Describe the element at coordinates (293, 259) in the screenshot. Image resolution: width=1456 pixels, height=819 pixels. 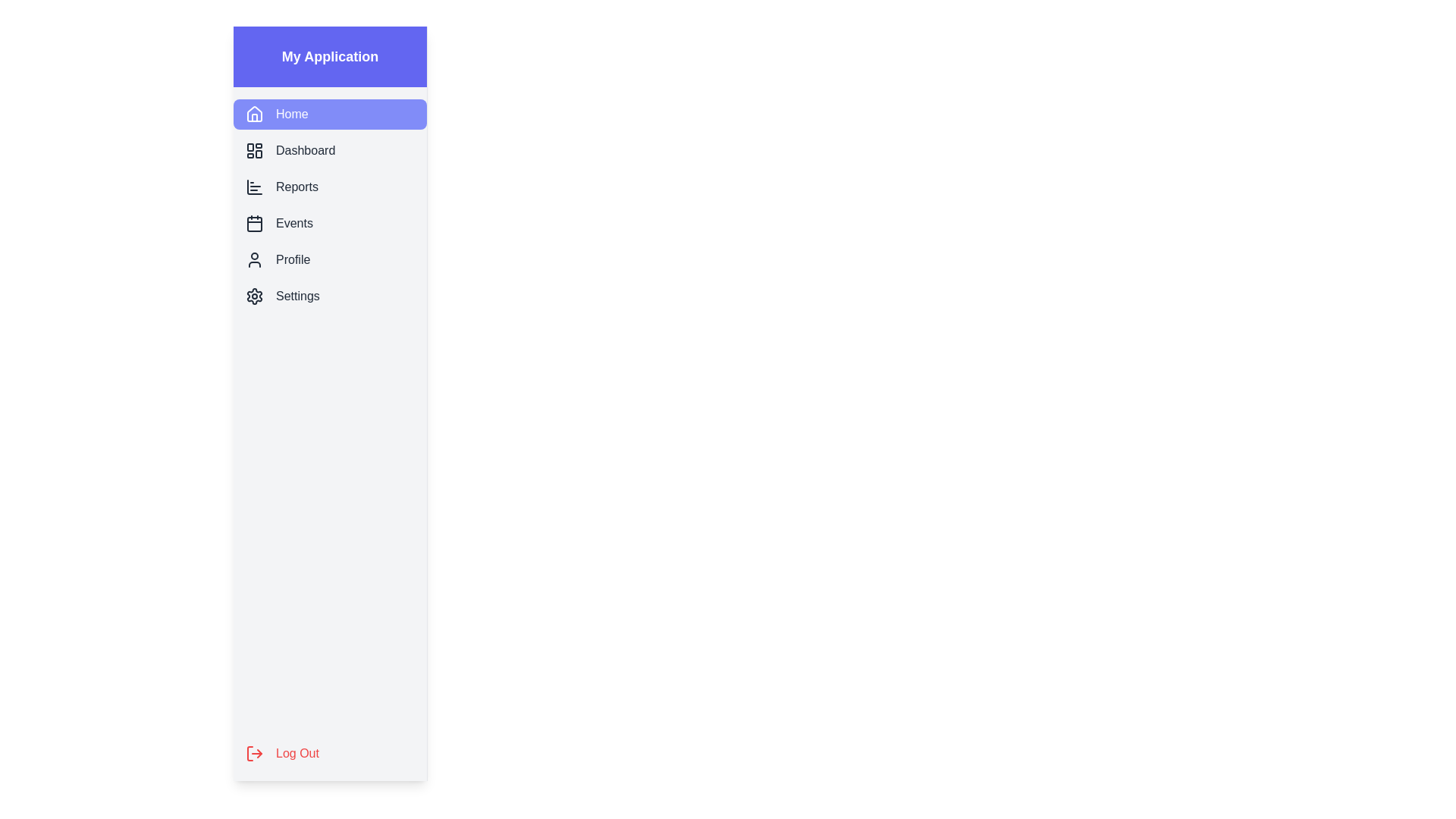
I see `the 'Profile' label in the vertical menu, which is the fourth item below 'Events' and above 'Settings'` at that location.